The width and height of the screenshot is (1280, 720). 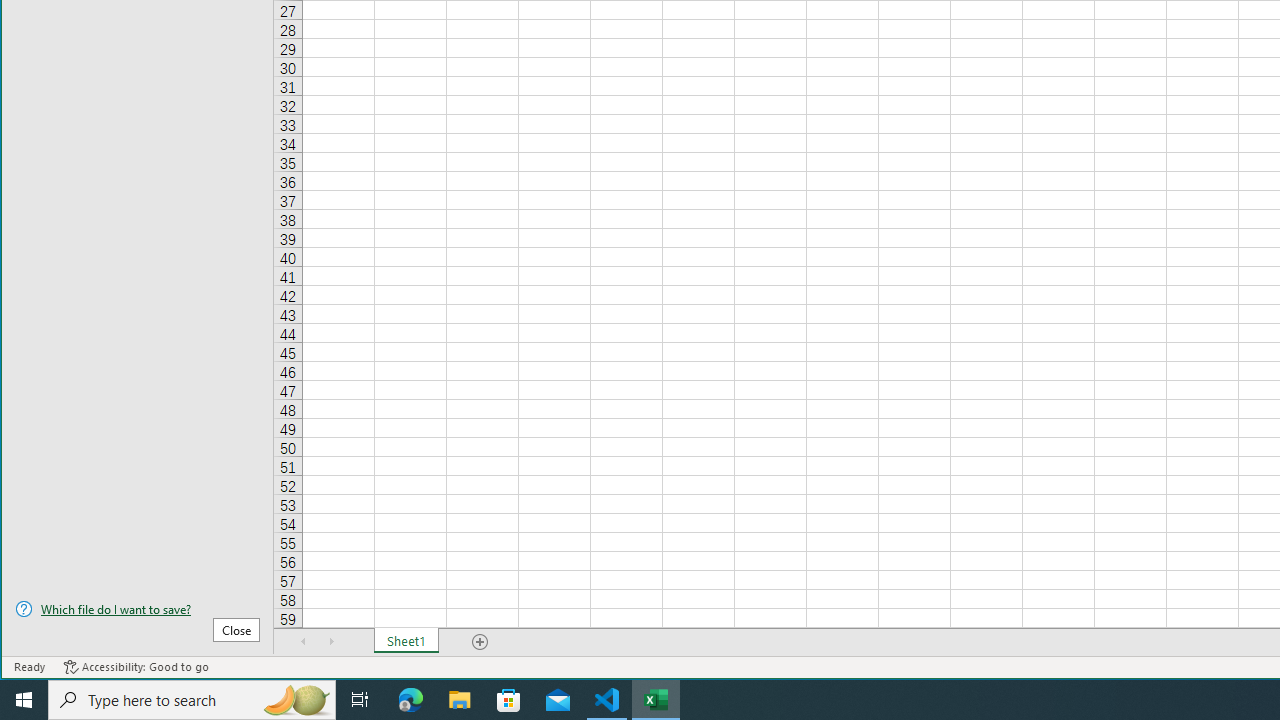 What do you see at coordinates (410, 698) in the screenshot?
I see `'Microsoft Edge'` at bounding box center [410, 698].